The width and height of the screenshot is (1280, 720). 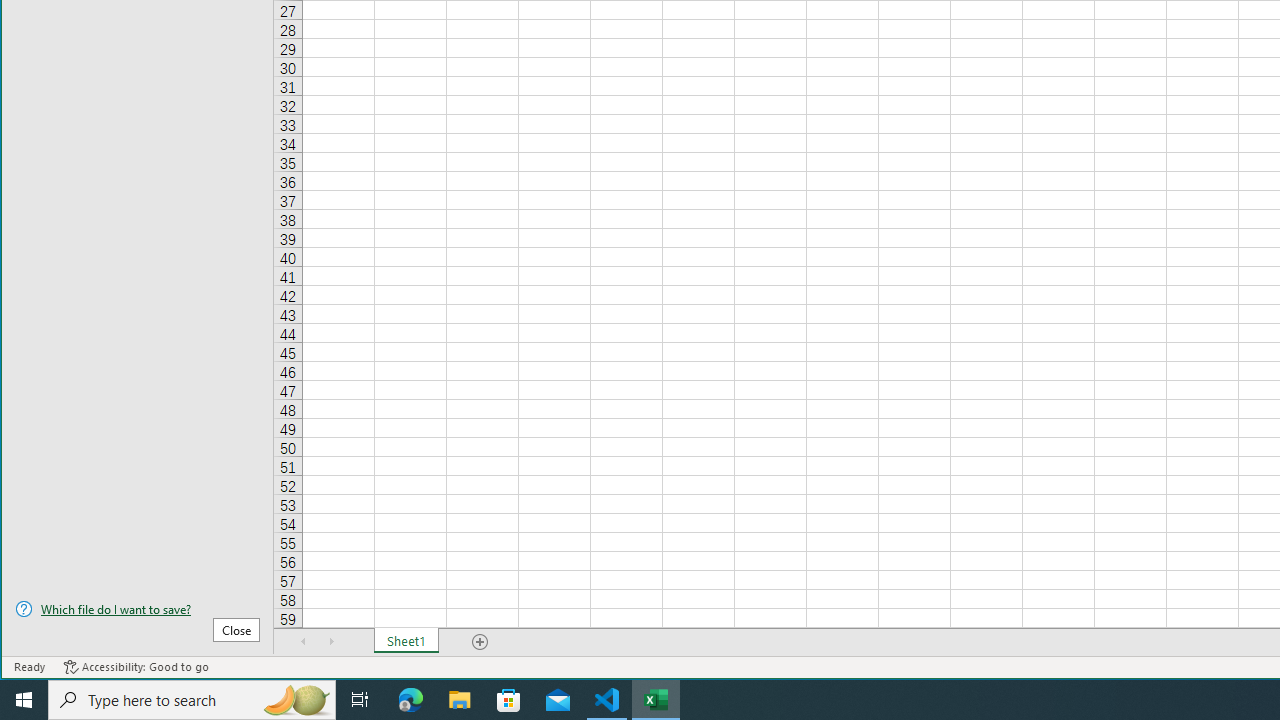 What do you see at coordinates (410, 698) in the screenshot?
I see `'Microsoft Edge'` at bounding box center [410, 698].